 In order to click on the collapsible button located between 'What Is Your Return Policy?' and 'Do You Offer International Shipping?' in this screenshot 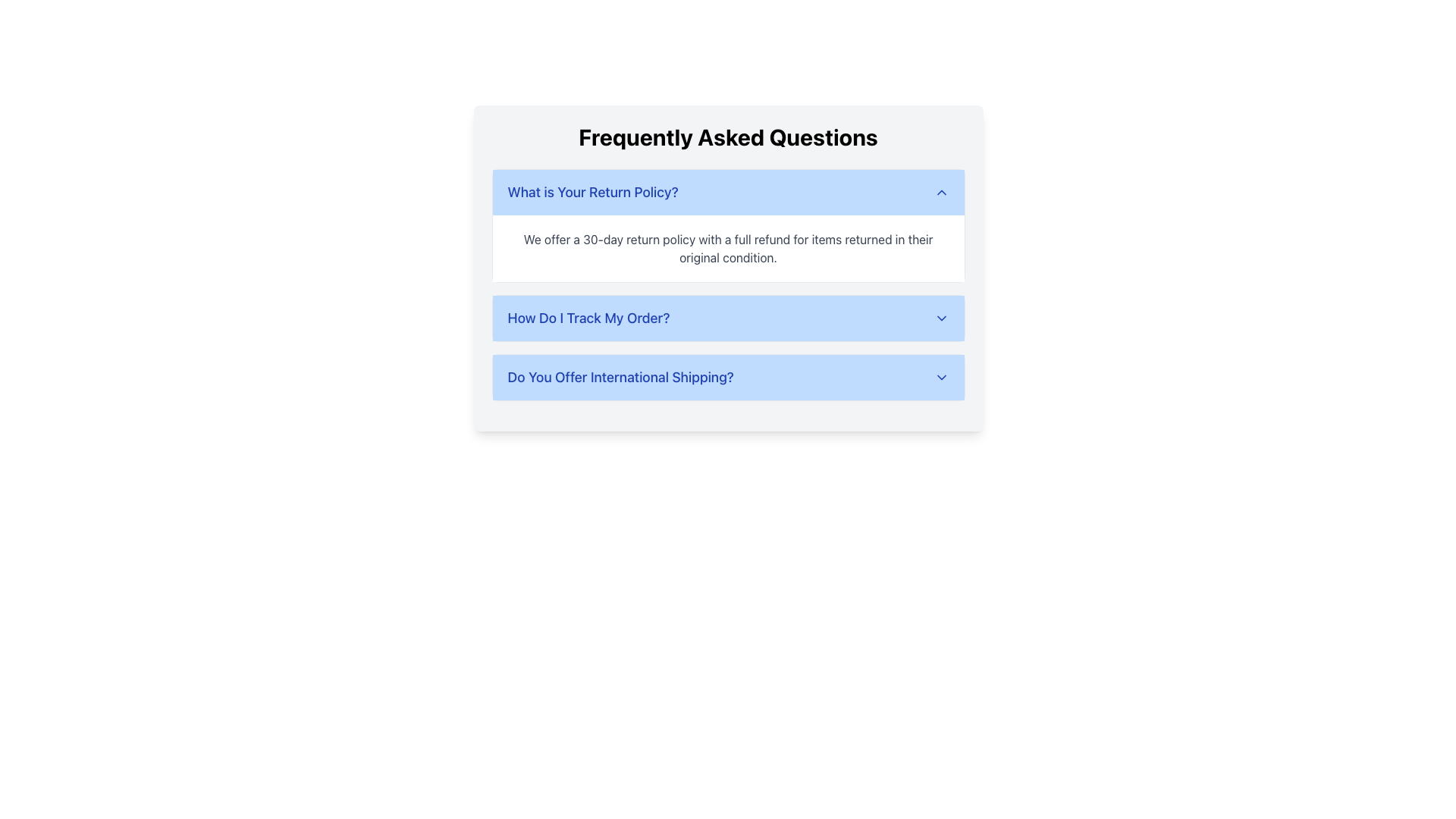, I will do `click(728, 318)`.